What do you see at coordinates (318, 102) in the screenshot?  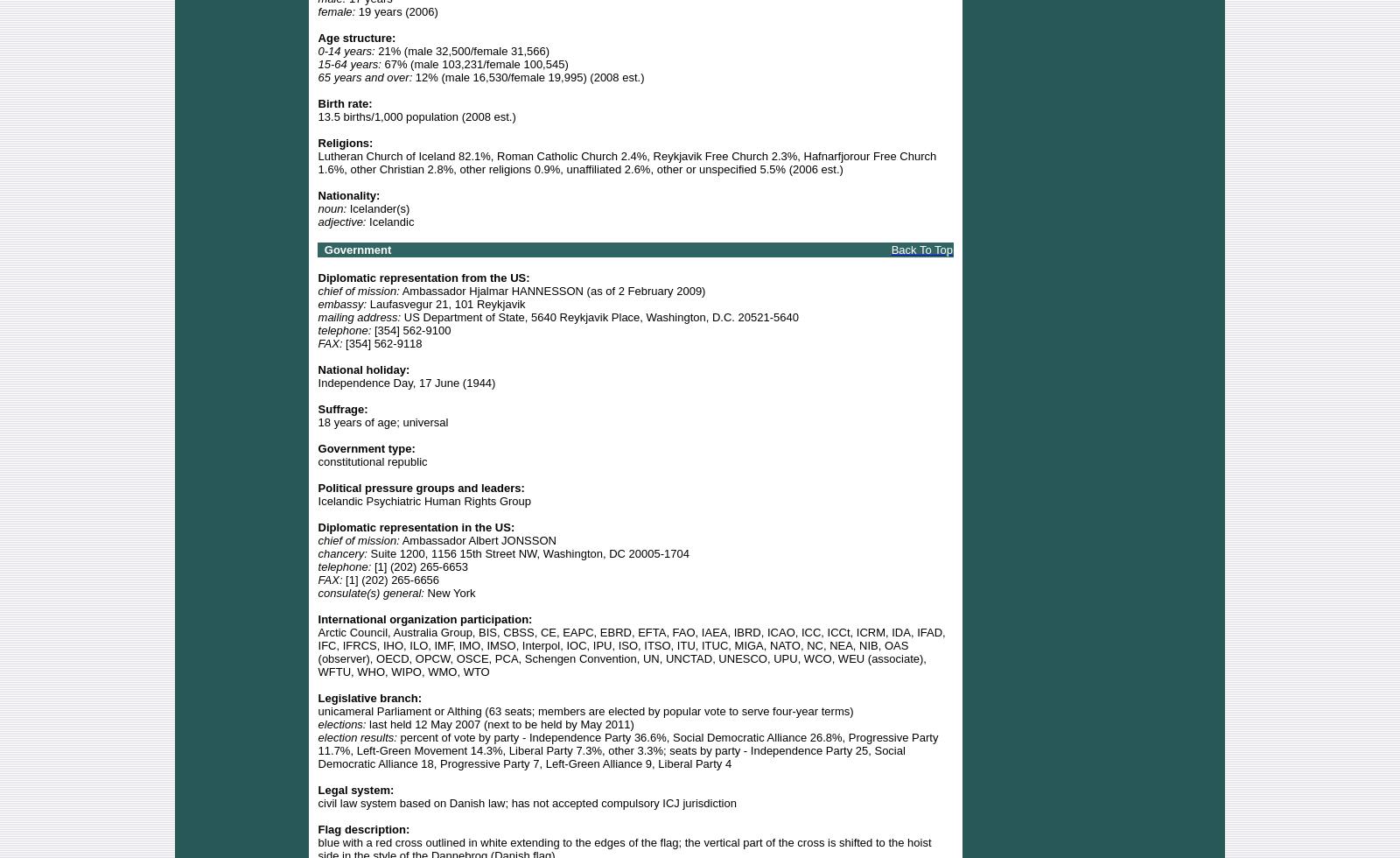 I see `'Birth rate:'` at bounding box center [318, 102].